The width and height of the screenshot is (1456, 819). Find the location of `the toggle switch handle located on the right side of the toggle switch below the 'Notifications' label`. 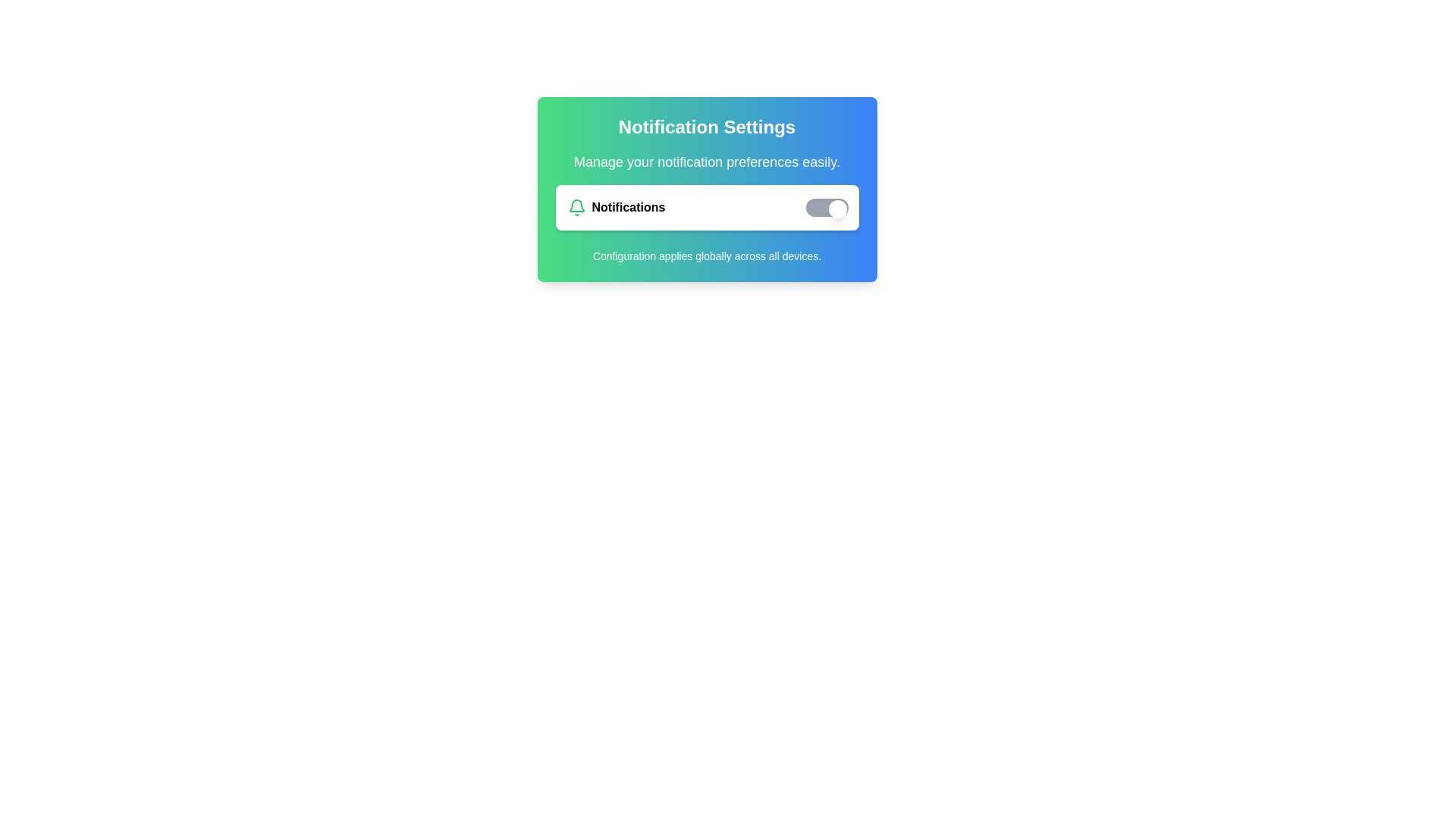

the toggle switch handle located on the right side of the toggle switch below the 'Notifications' label is located at coordinates (836, 209).